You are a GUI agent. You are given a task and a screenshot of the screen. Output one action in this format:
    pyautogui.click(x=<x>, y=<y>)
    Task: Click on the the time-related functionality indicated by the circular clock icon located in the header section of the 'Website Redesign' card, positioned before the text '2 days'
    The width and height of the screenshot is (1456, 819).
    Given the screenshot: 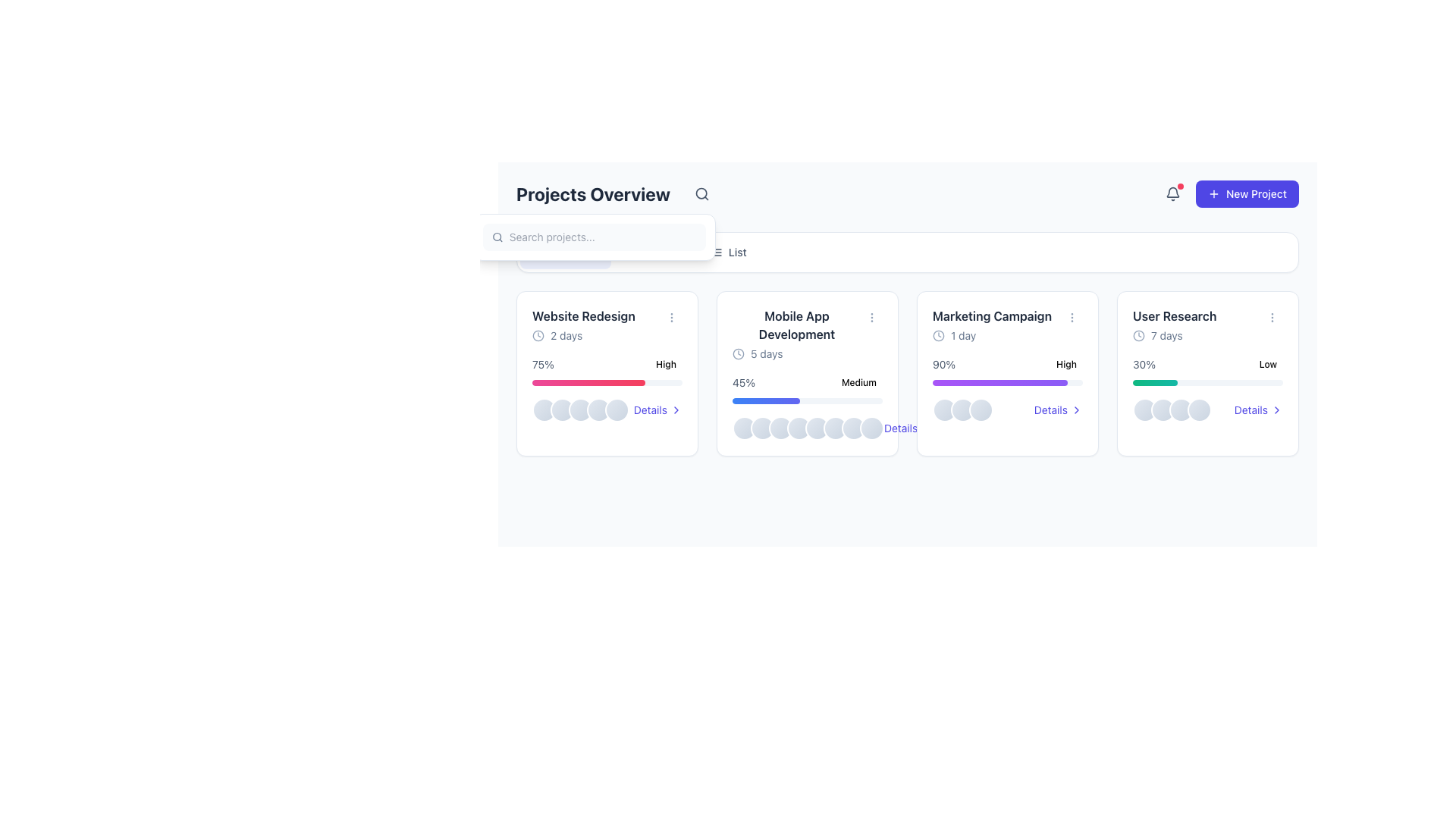 What is the action you would take?
    pyautogui.click(x=538, y=335)
    